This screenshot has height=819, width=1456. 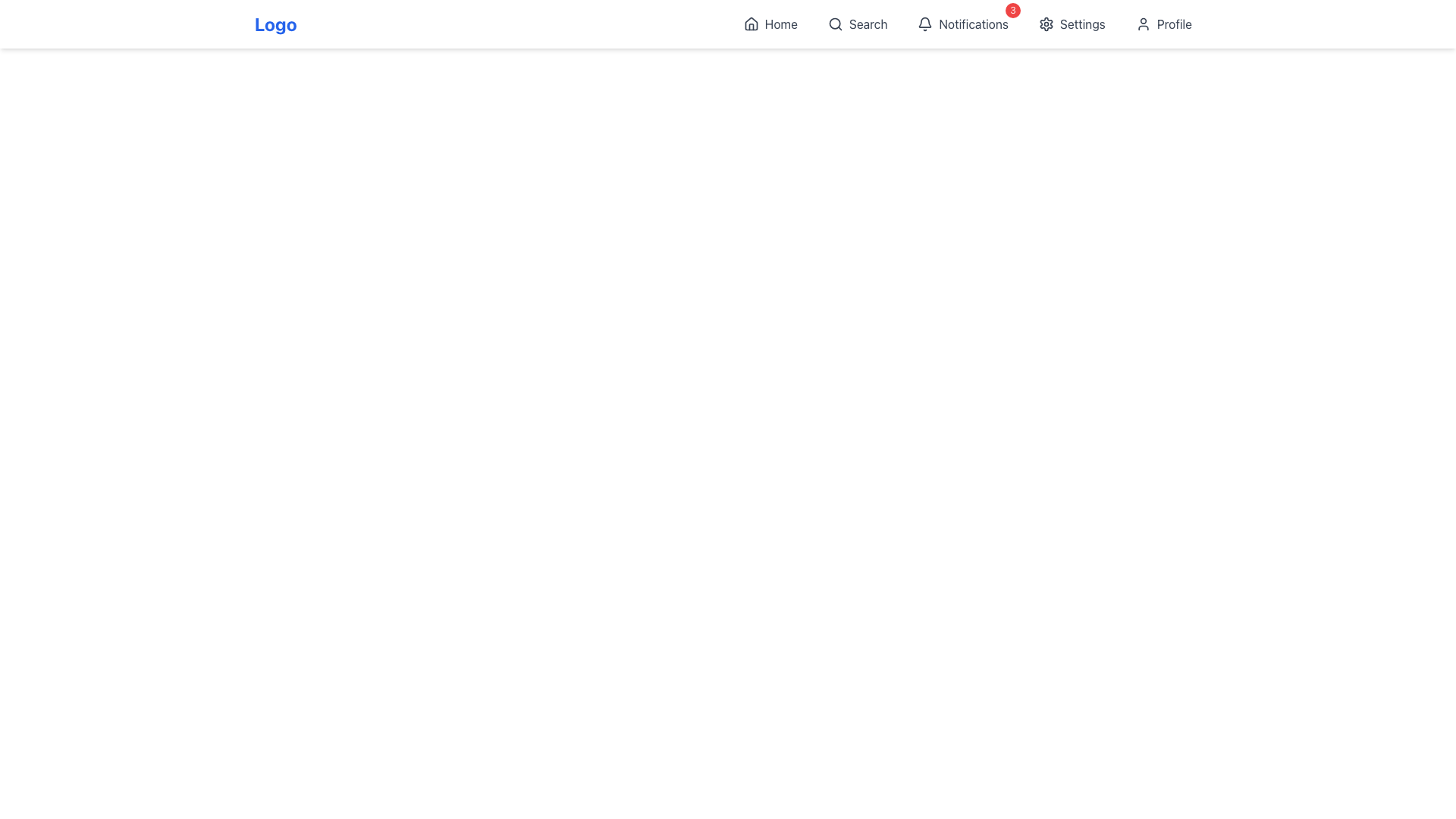 I want to click on the 'Search' label in the header navigation bar, so click(x=868, y=24).